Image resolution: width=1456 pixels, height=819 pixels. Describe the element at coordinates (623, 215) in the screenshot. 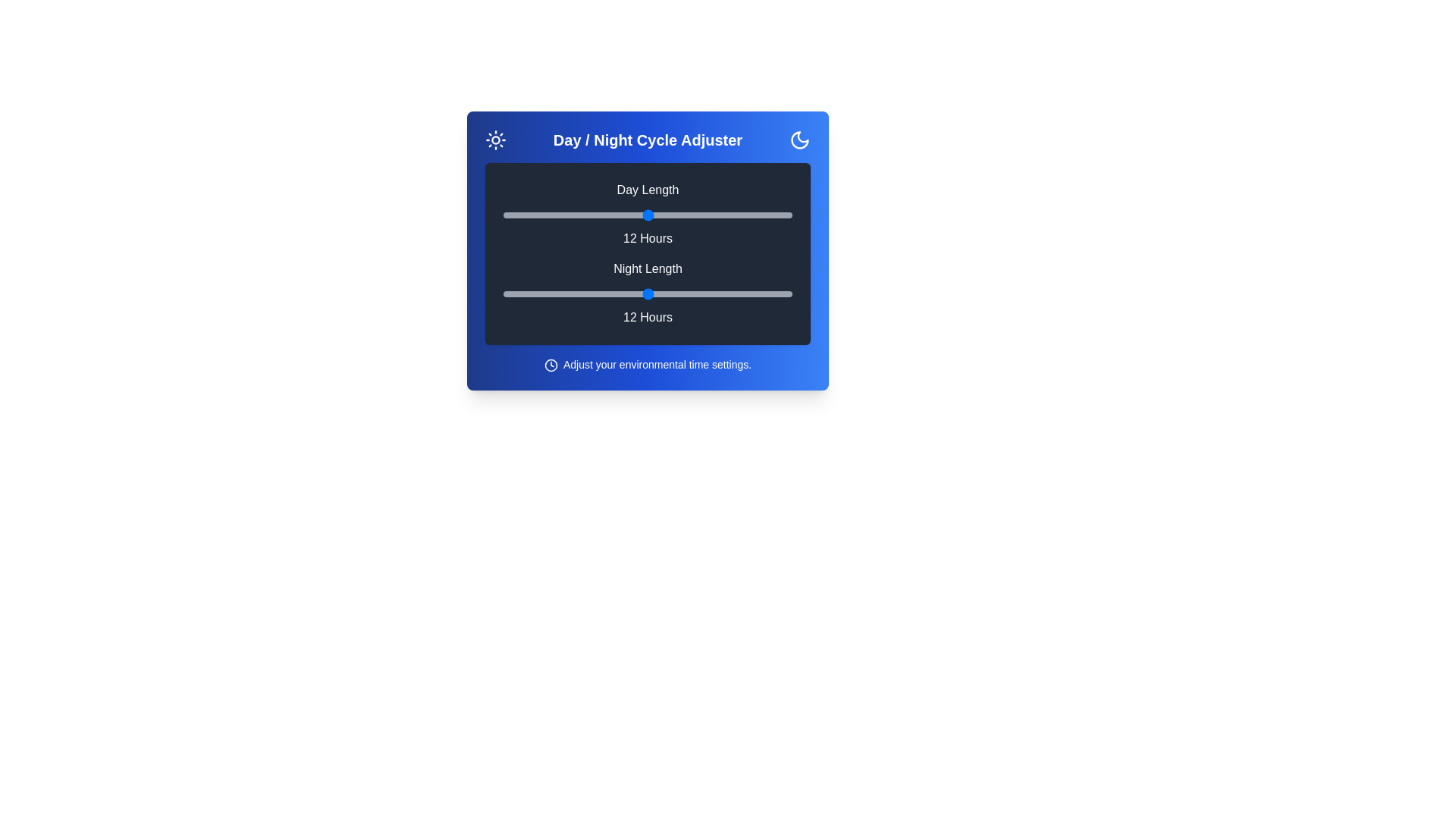

I see `the 'Day Length' slider to set the day duration to 11 hours` at that location.